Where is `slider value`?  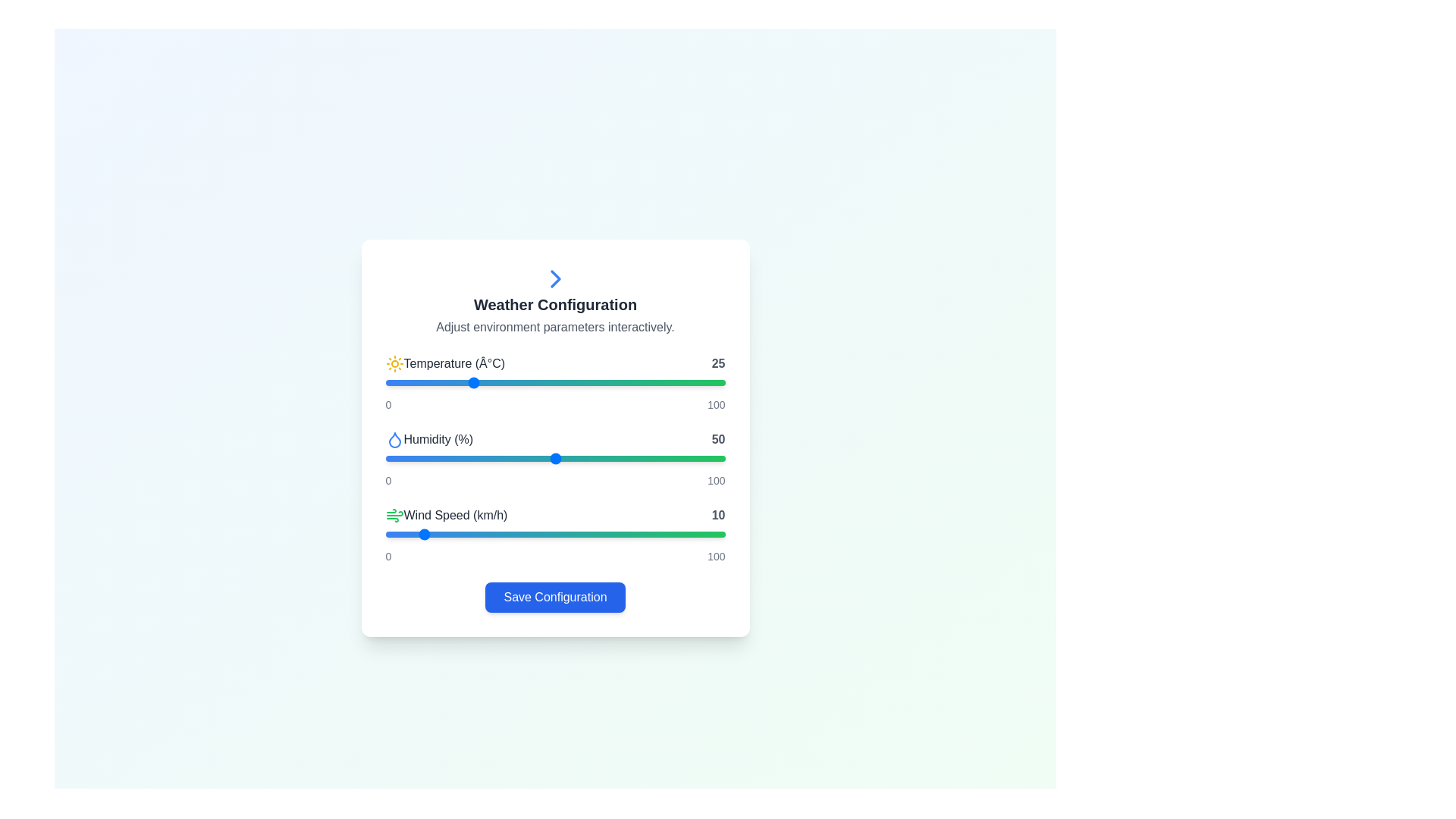
slider value is located at coordinates (633, 382).